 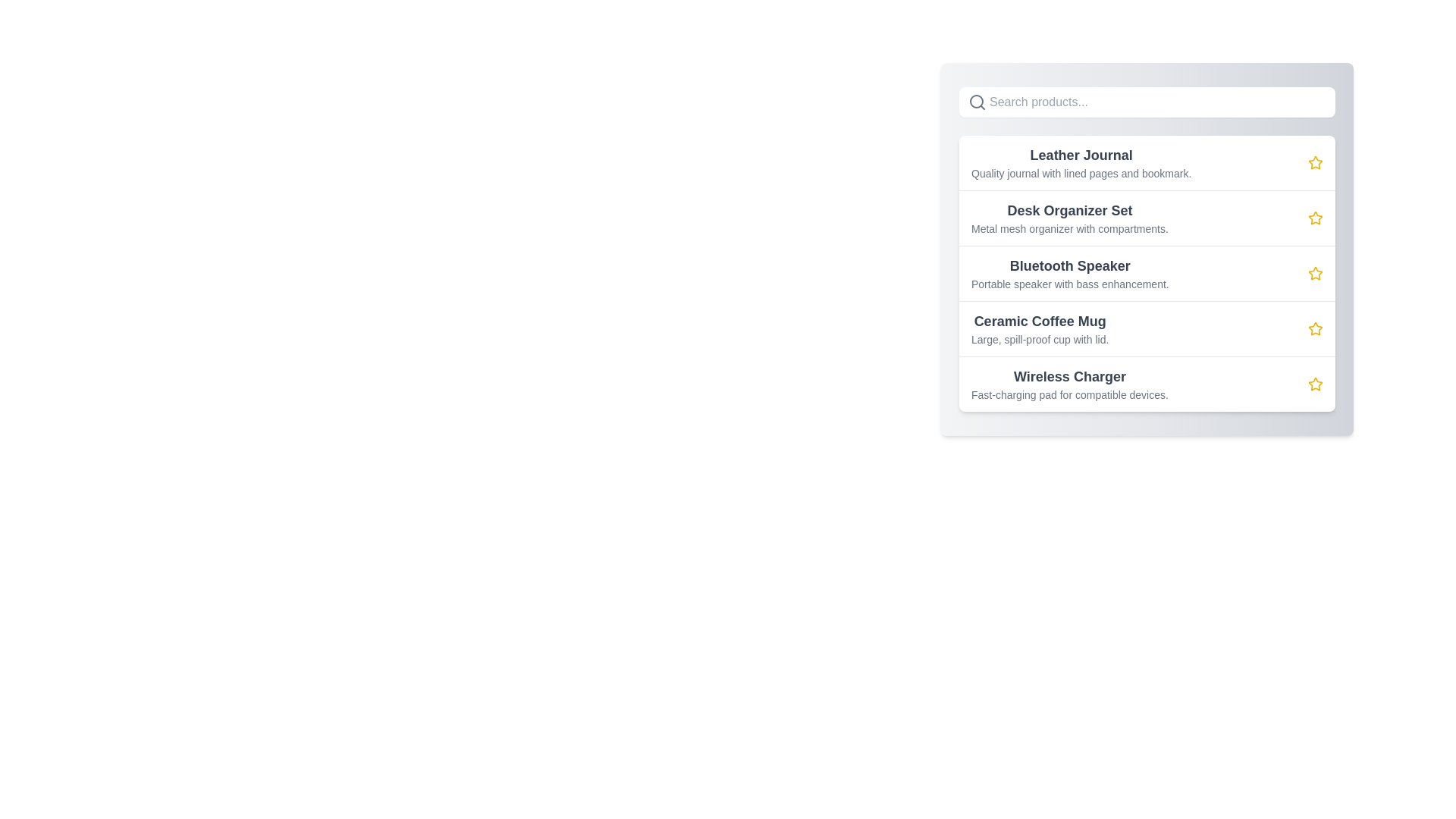 I want to click on descriptive subtitle located directly beneath the title 'Bluetooth Speaker', so click(x=1069, y=284).